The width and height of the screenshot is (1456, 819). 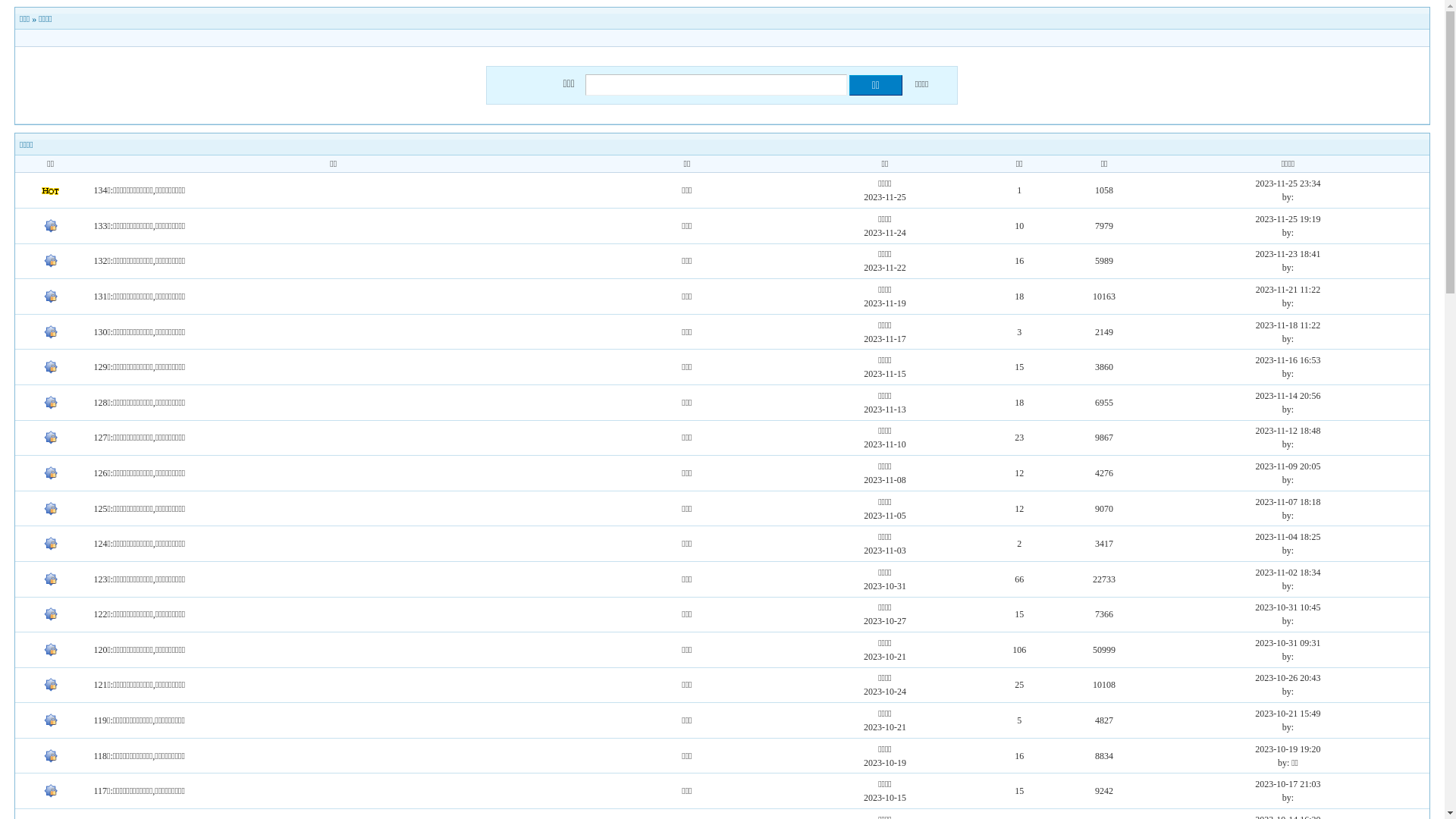 I want to click on '2023-11-07 18:18', so click(x=1288, y=502).